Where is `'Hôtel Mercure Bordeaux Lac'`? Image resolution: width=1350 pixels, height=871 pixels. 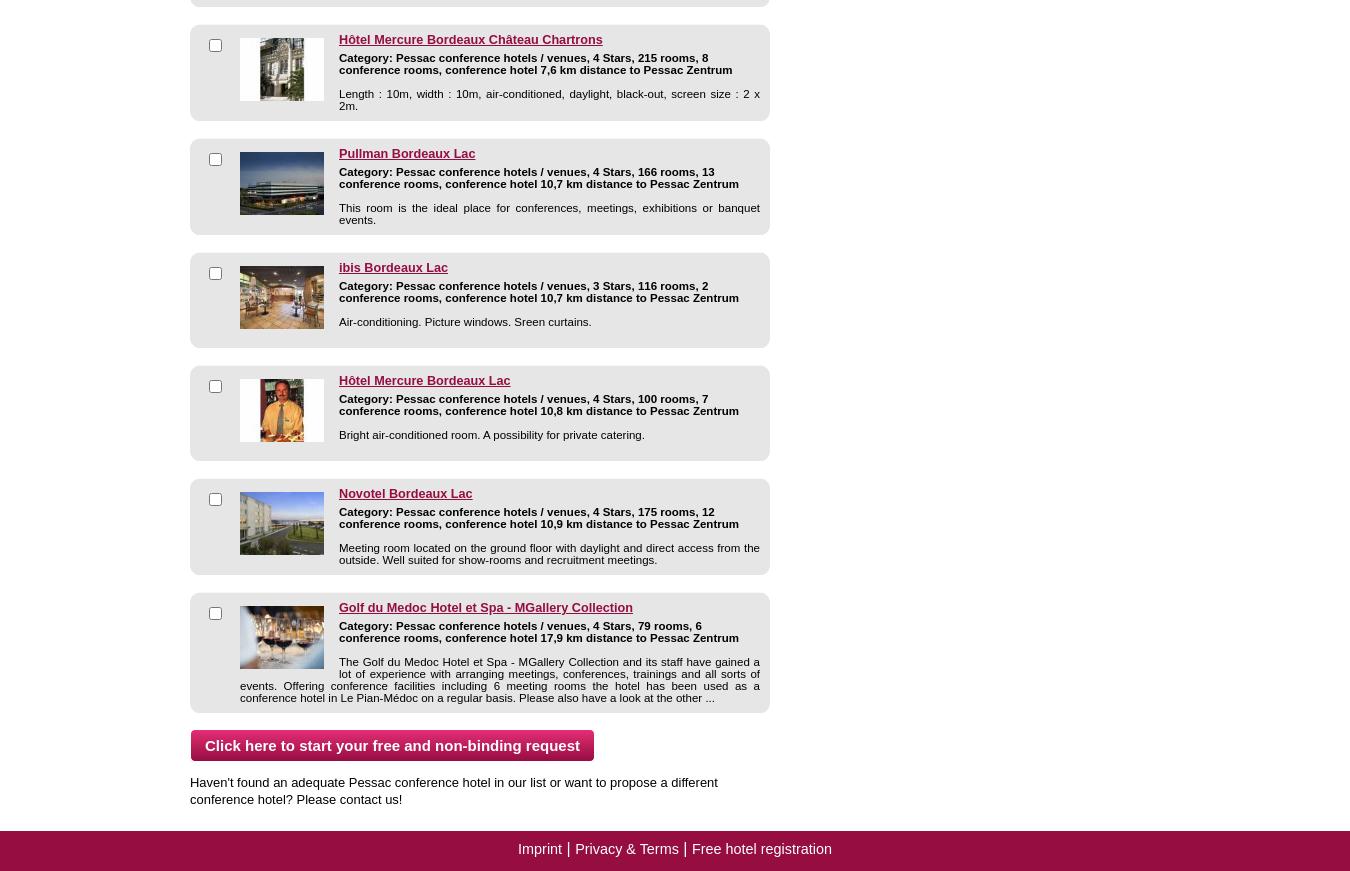
'Hôtel Mercure Bordeaux Lac' is located at coordinates (424, 379).